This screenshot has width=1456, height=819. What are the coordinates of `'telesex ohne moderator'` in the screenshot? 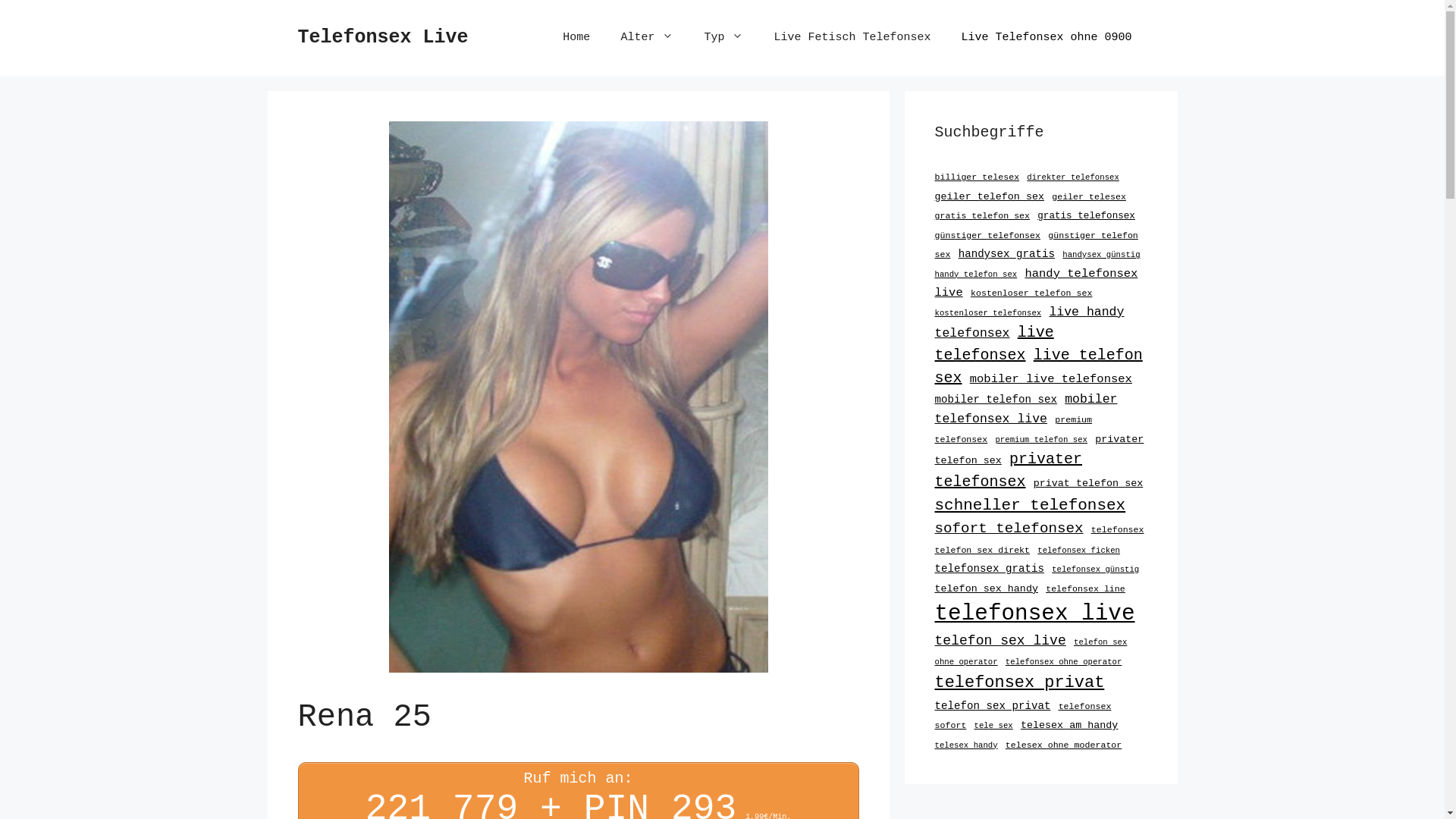 It's located at (1062, 744).